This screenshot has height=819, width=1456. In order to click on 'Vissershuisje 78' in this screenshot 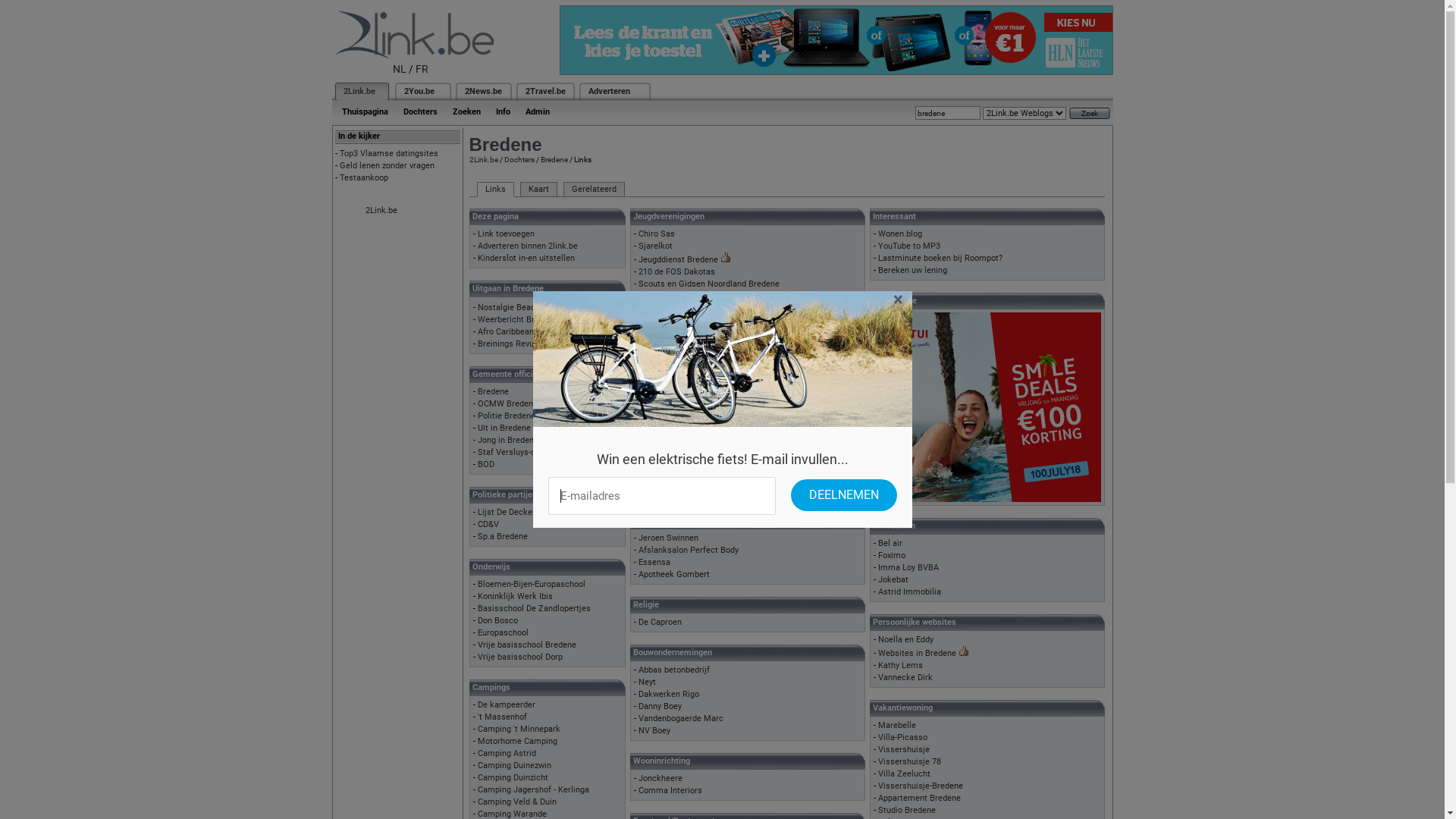, I will do `click(909, 761)`.